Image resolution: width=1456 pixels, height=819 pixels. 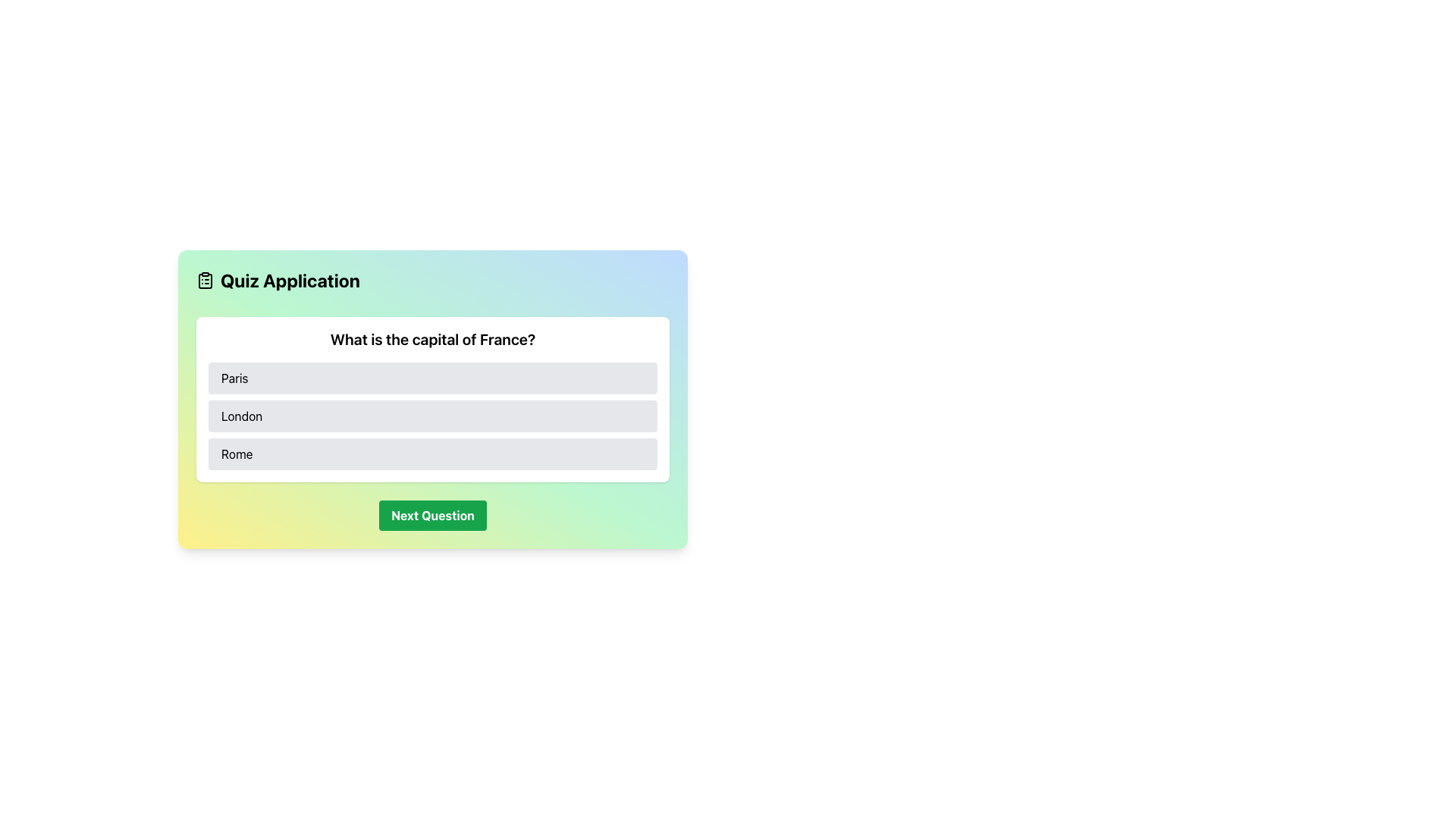 I want to click on the rectangular button labeled 'Paris' with a light gray background, which darkens slightly on hover, located under the question prompt 'What is the capital of France?', so click(x=432, y=377).